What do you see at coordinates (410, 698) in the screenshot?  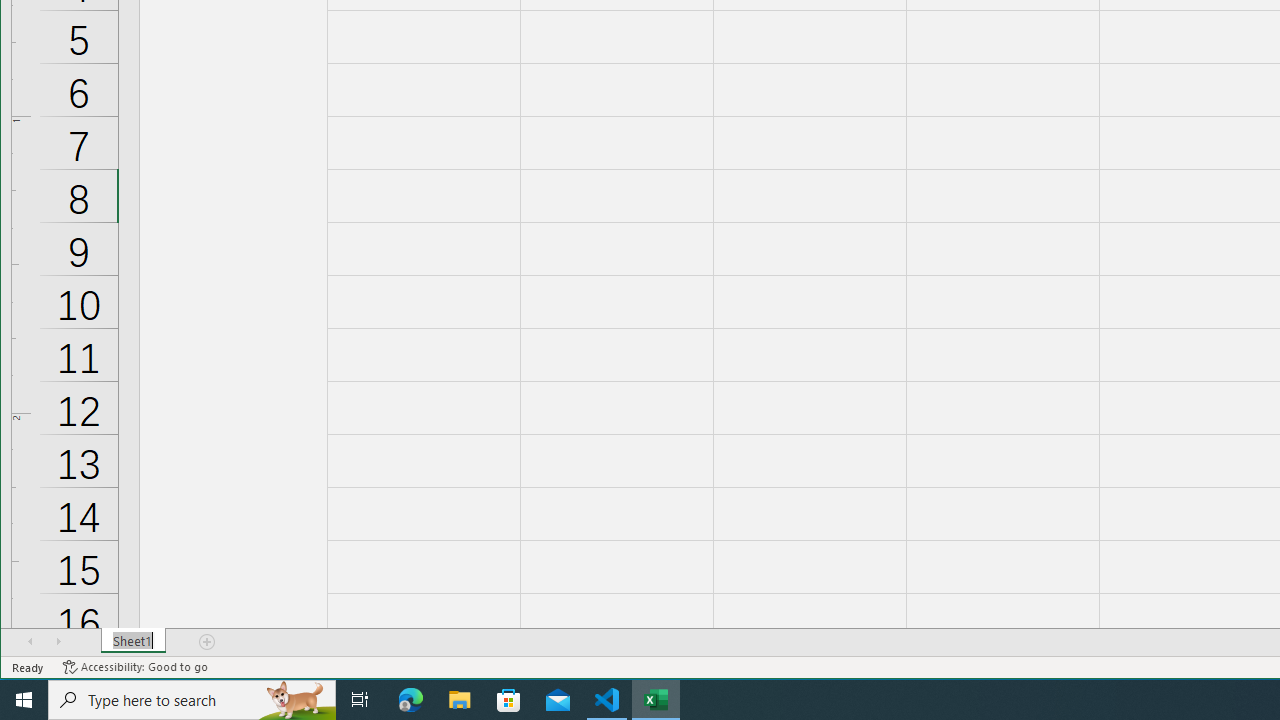 I see `'Microsoft Edge'` at bounding box center [410, 698].